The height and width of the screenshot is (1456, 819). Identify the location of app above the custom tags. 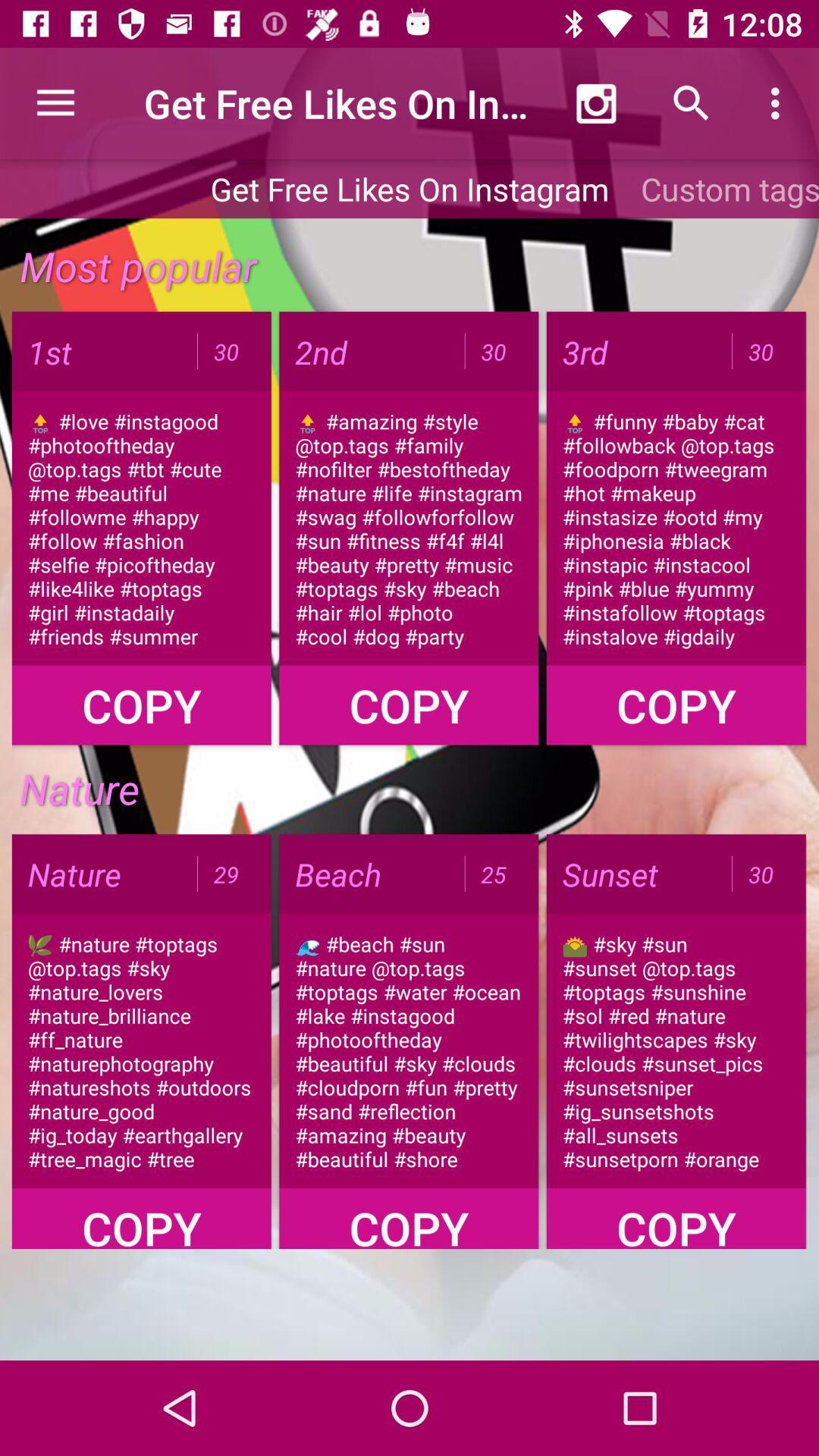
(779, 102).